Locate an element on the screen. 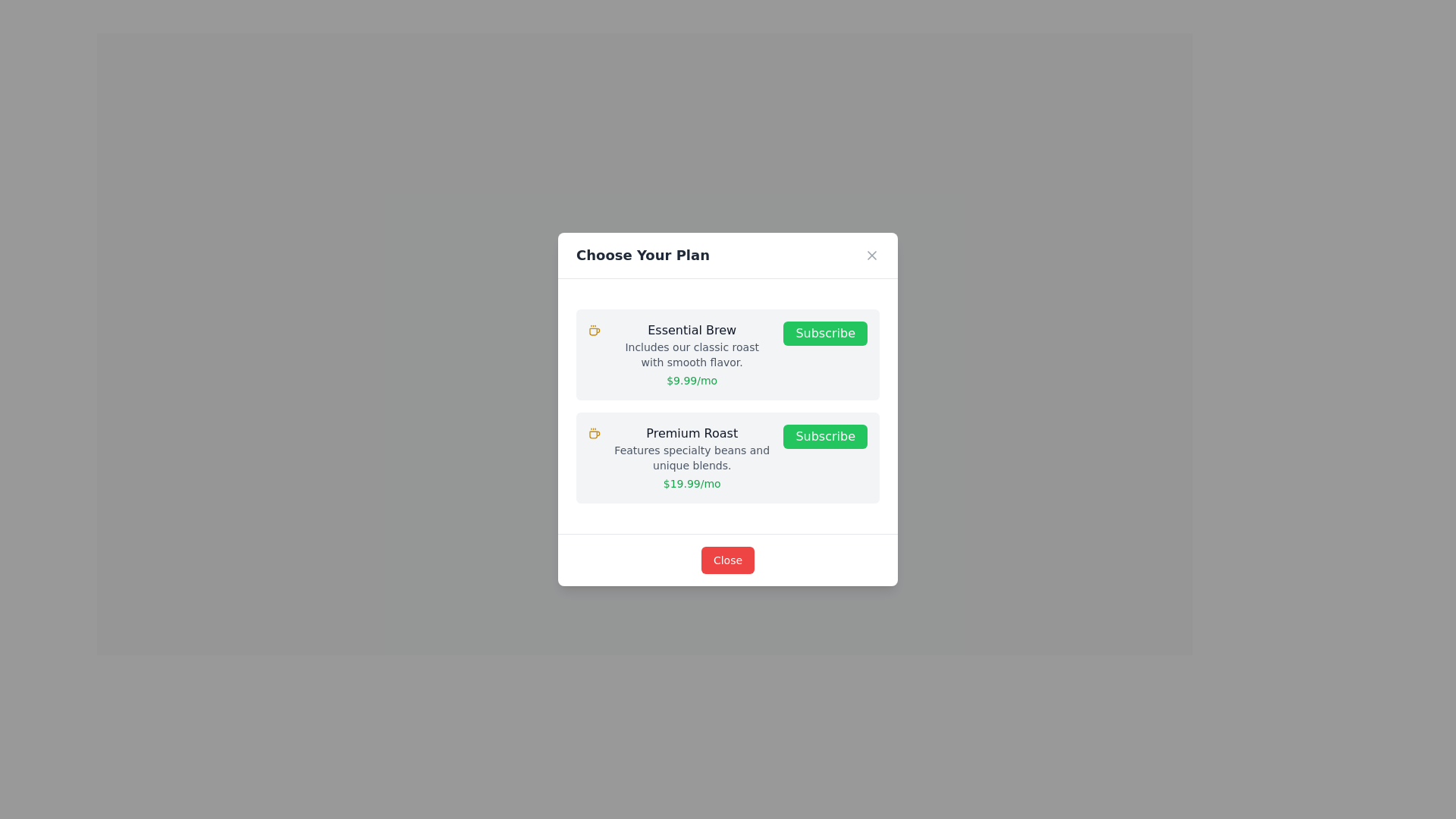  the descriptive text label for the 'Premium Roast' subscription option, located below the bold text and above the price '$19.99/mo' is located at coordinates (691, 457).